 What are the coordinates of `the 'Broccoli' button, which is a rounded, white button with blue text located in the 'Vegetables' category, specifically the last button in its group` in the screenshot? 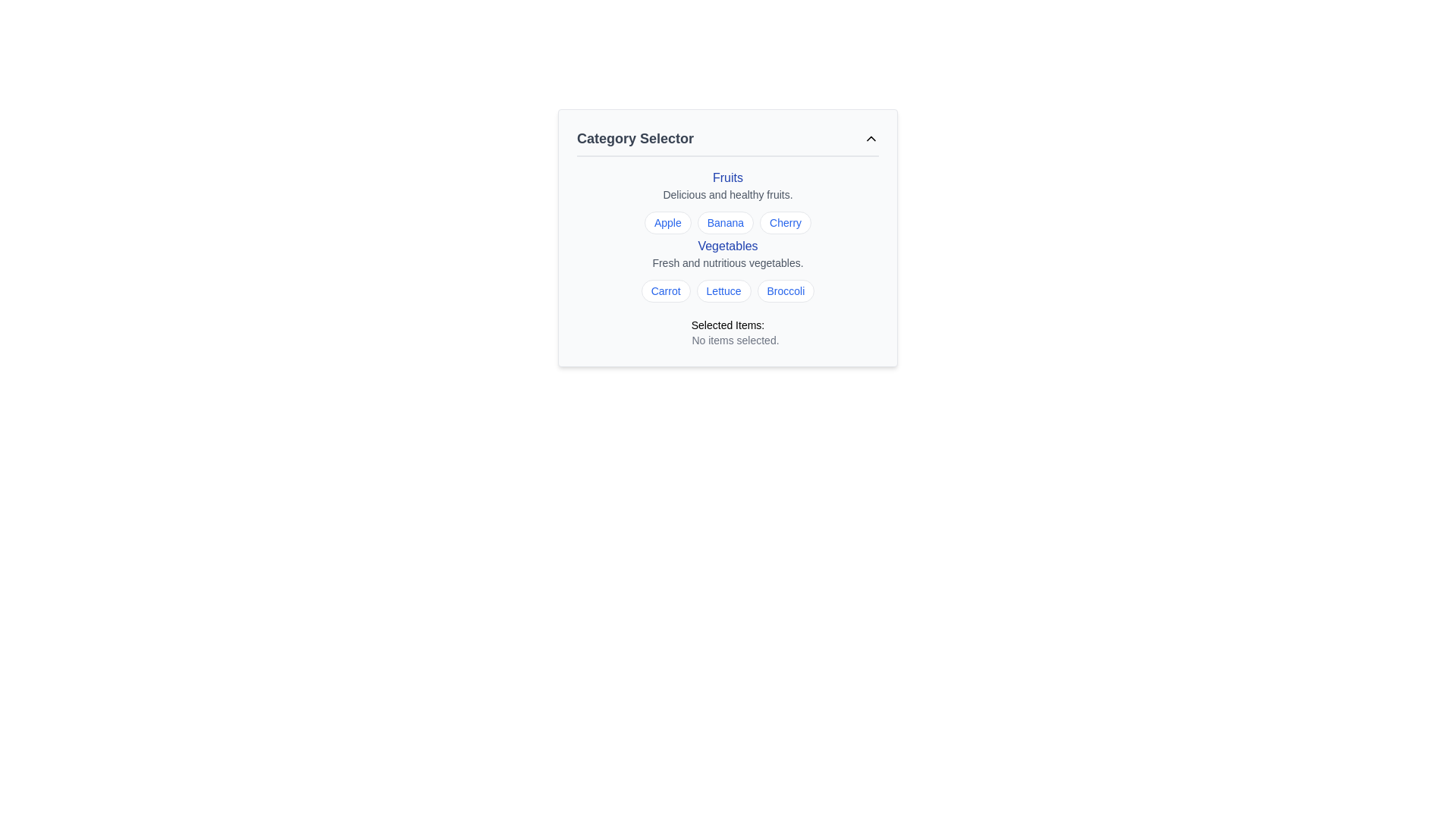 It's located at (786, 291).